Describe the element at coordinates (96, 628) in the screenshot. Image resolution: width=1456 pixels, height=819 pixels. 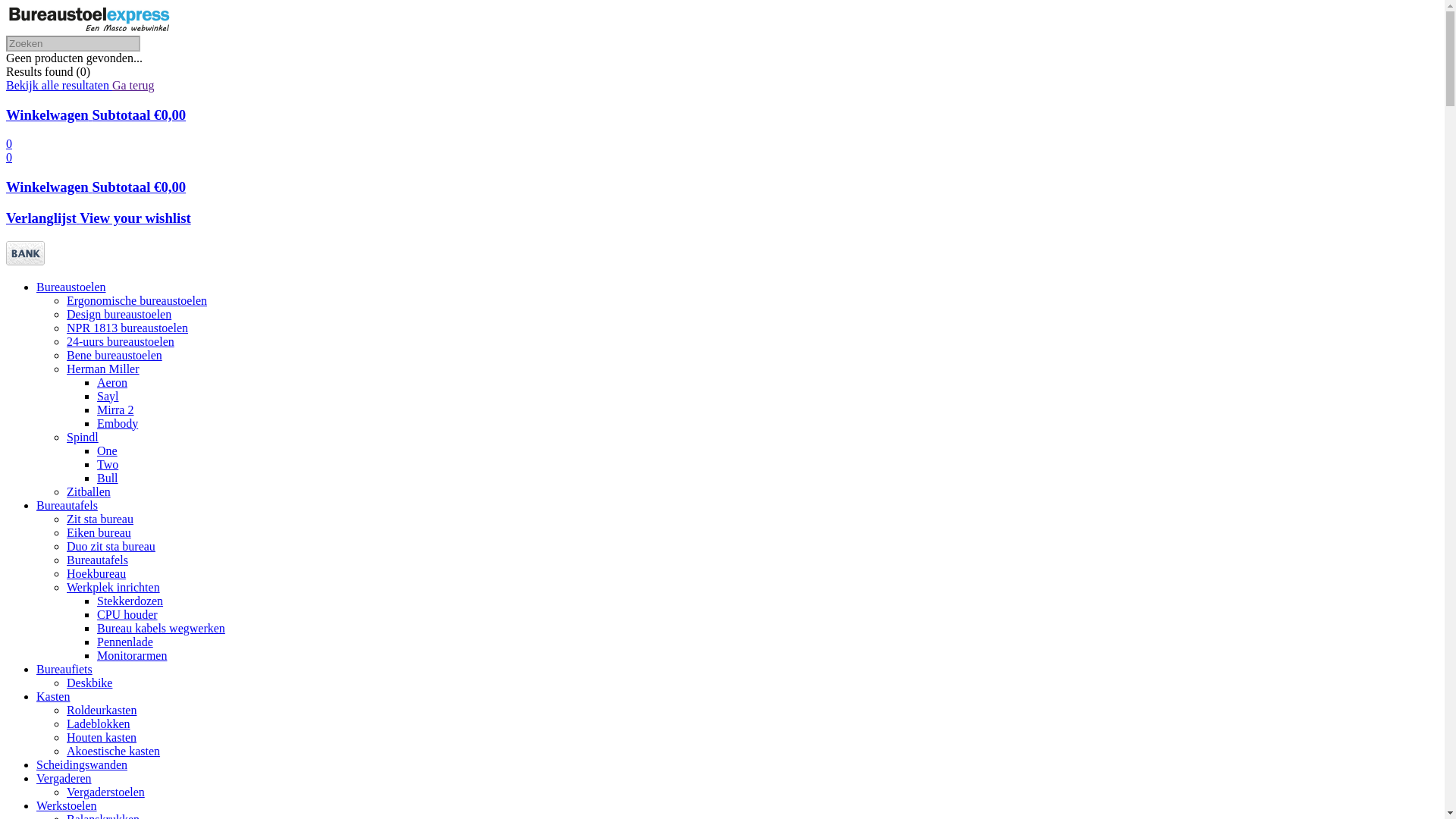
I see `'Bureau kabels wegwerken'` at that location.